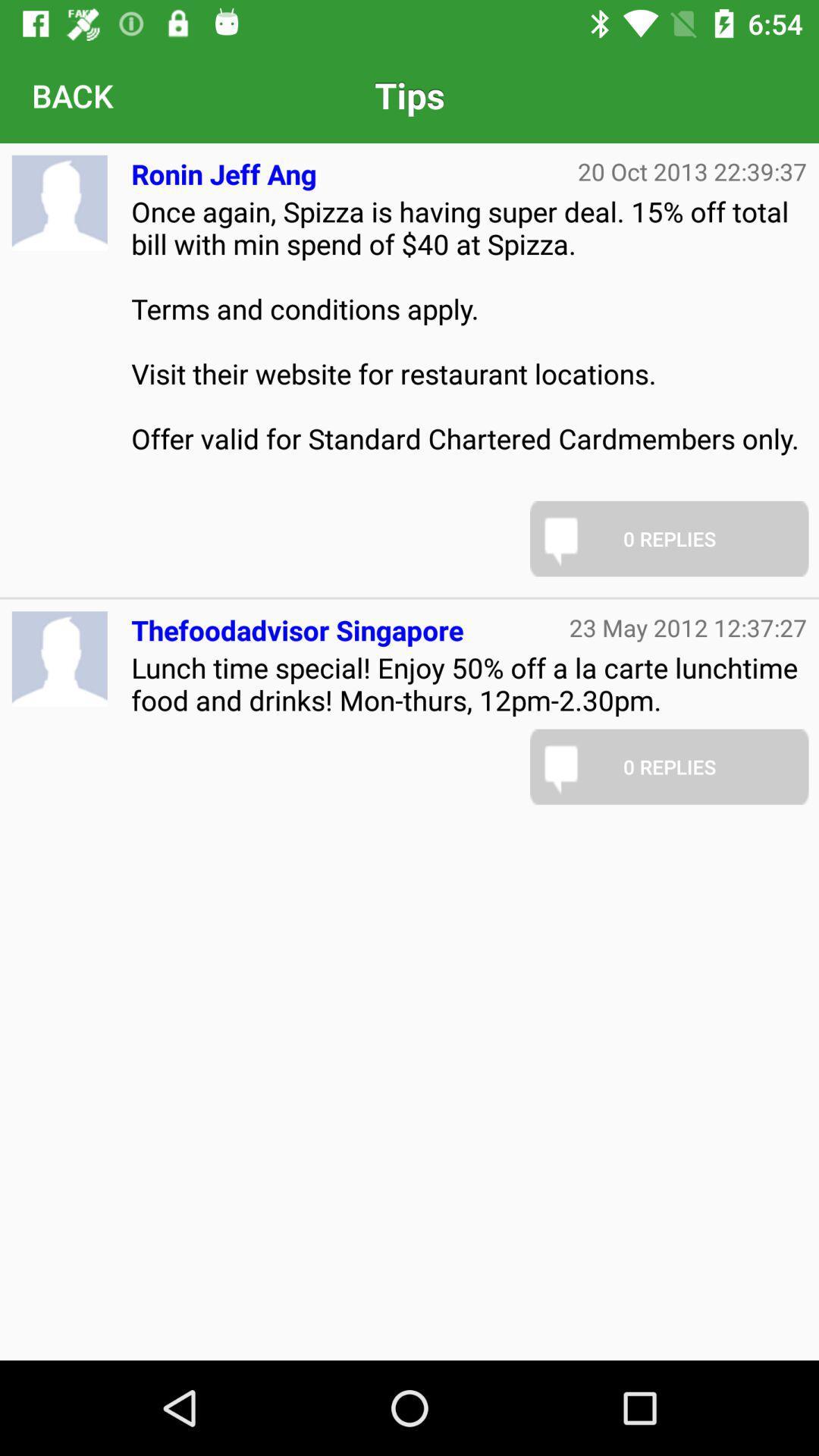  I want to click on the item below tips item, so click(224, 168).